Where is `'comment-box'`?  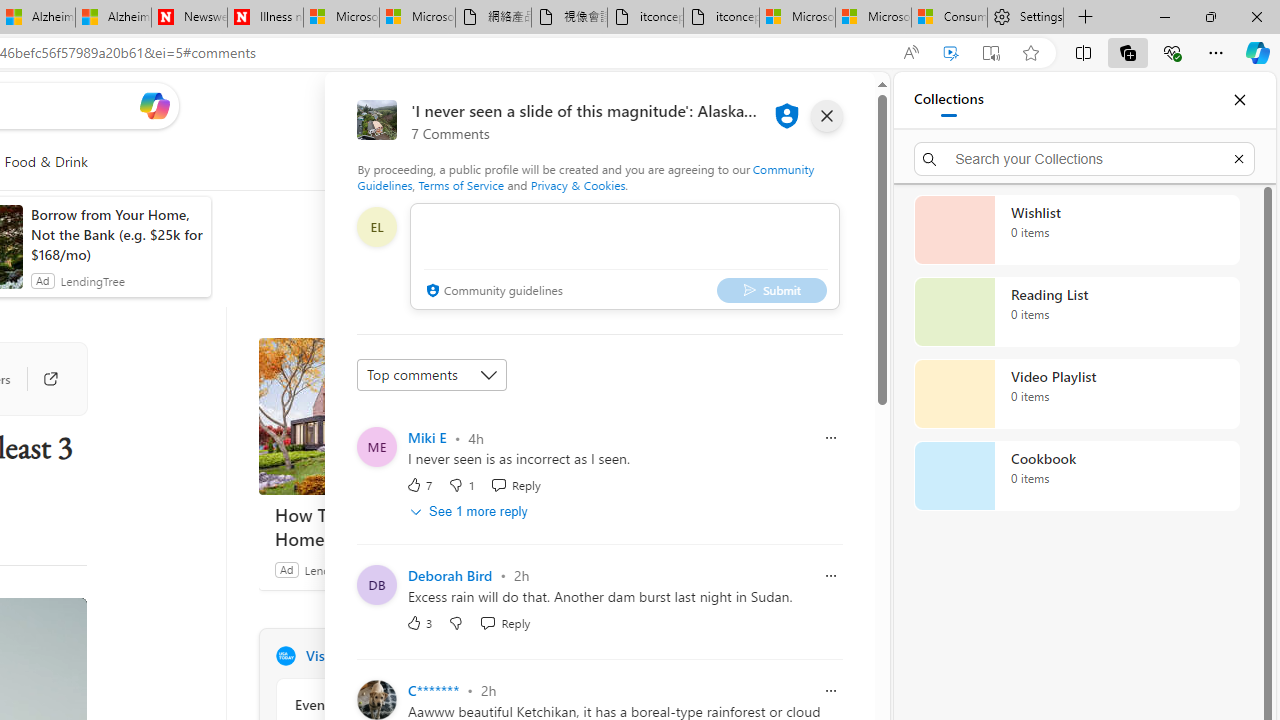 'comment-box' is located at coordinates (623, 255).